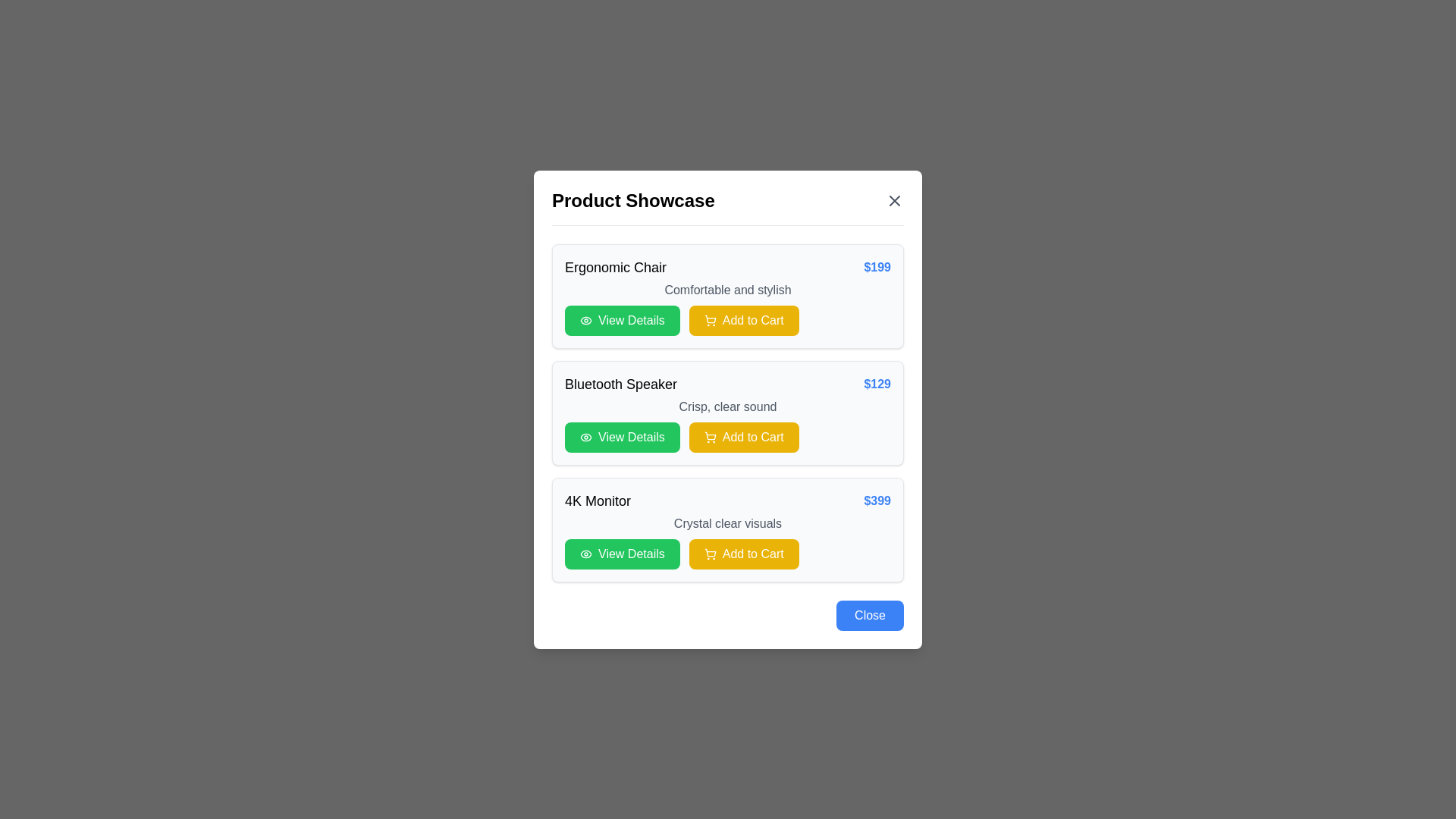  I want to click on the 'Ergonomic Chair' text label, which serves as the title for the product entry, so click(615, 266).